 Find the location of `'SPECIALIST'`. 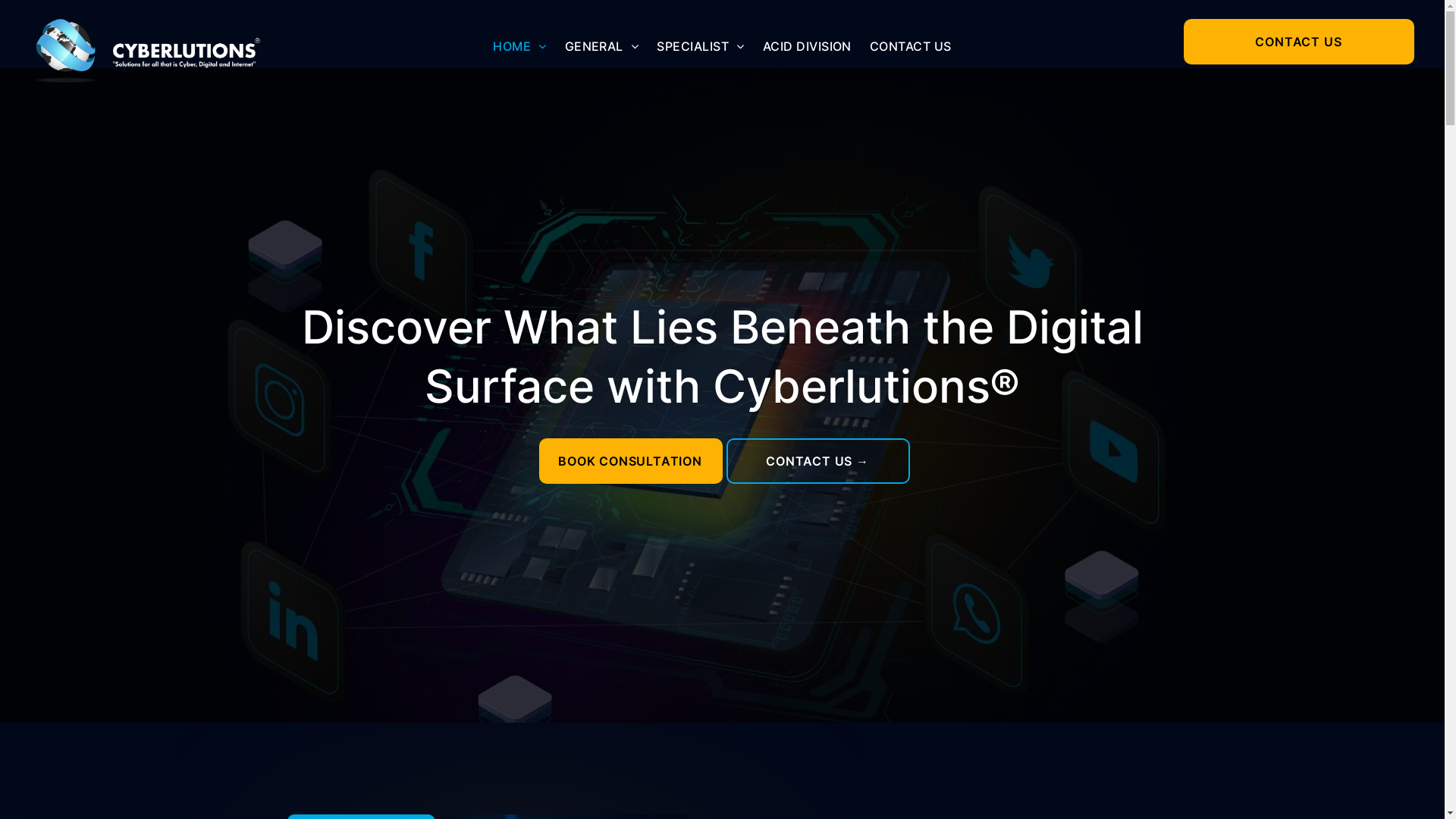

'SPECIALIST' is located at coordinates (699, 45).